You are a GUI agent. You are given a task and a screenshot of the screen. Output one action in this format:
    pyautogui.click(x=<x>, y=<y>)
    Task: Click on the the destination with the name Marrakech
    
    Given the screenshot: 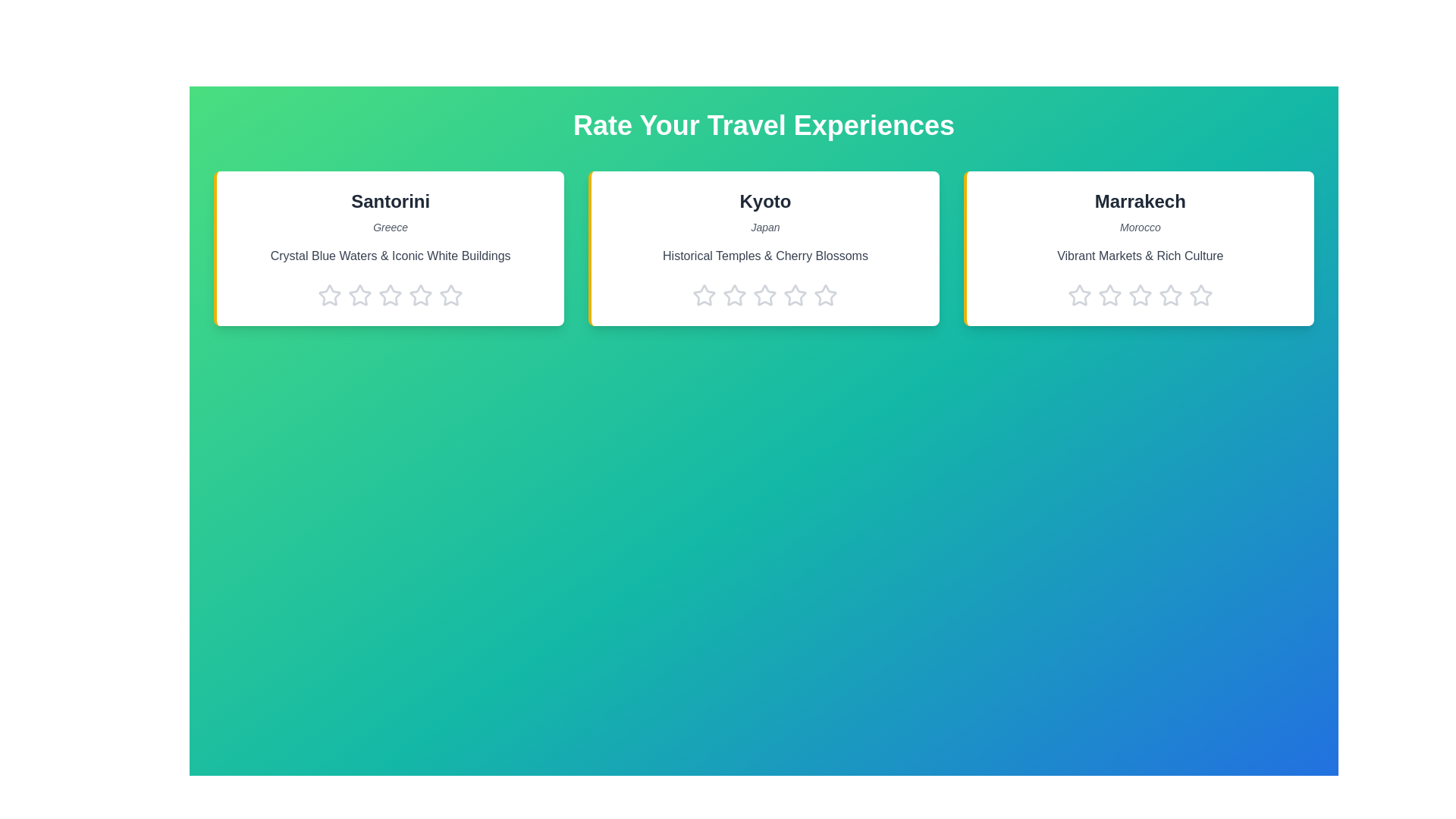 What is the action you would take?
    pyautogui.click(x=1139, y=201)
    